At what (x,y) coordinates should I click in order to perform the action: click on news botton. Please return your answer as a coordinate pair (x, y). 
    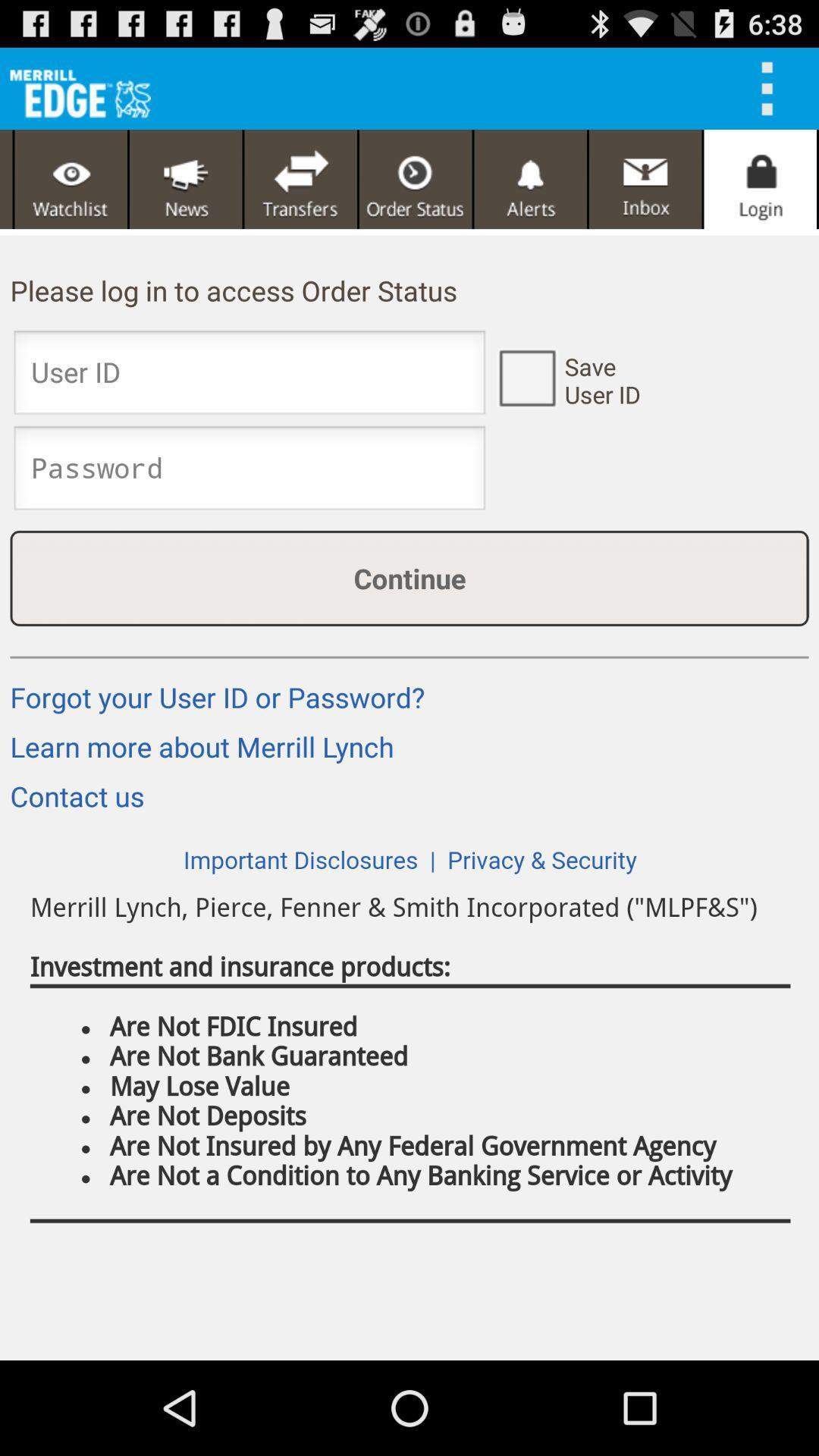
    Looking at the image, I should click on (185, 179).